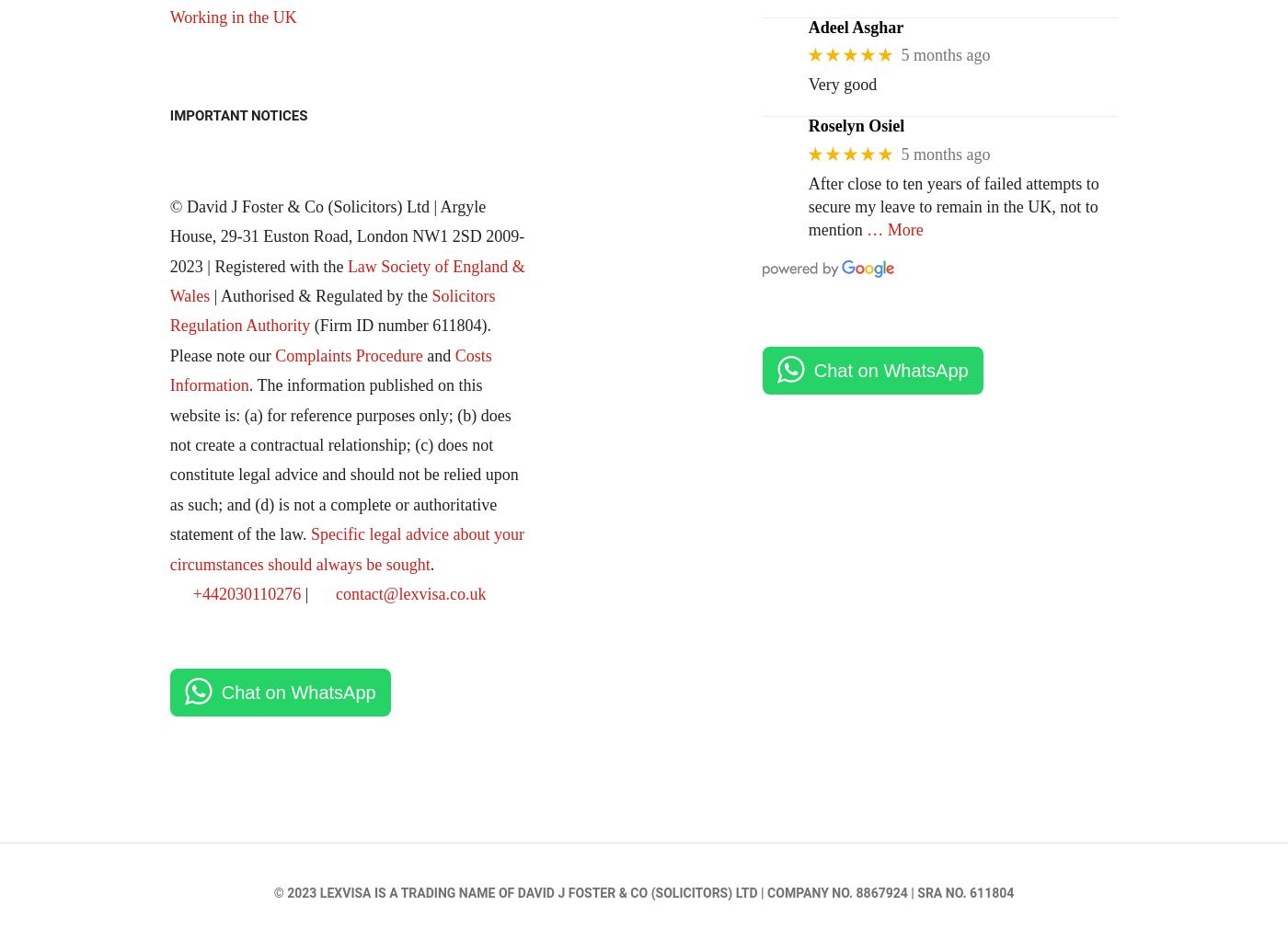 The width and height of the screenshot is (1288, 940). What do you see at coordinates (856, 26) in the screenshot?
I see `'Adeel Asghar'` at bounding box center [856, 26].